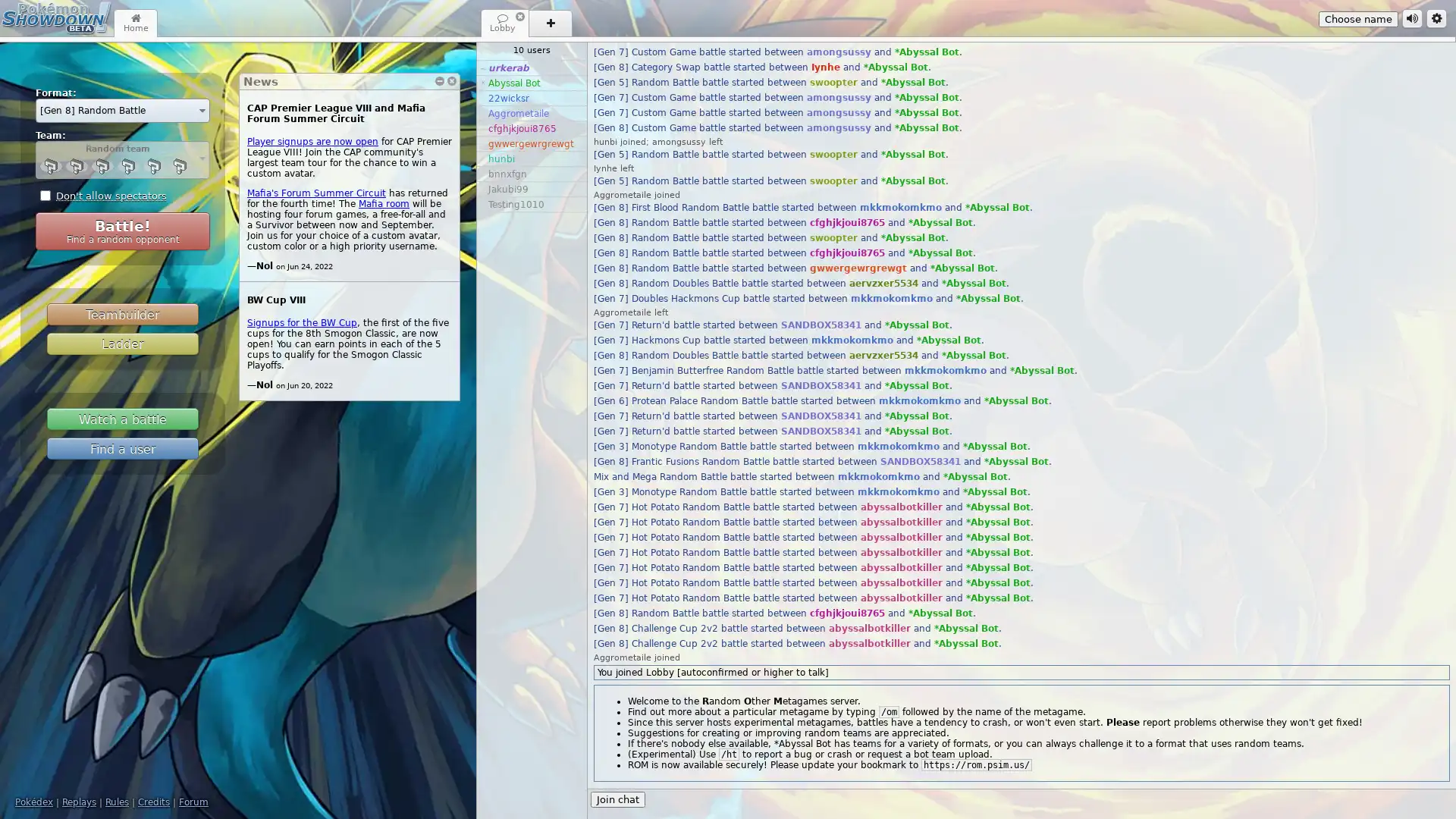  I want to click on Sound, so click(1411, 18).